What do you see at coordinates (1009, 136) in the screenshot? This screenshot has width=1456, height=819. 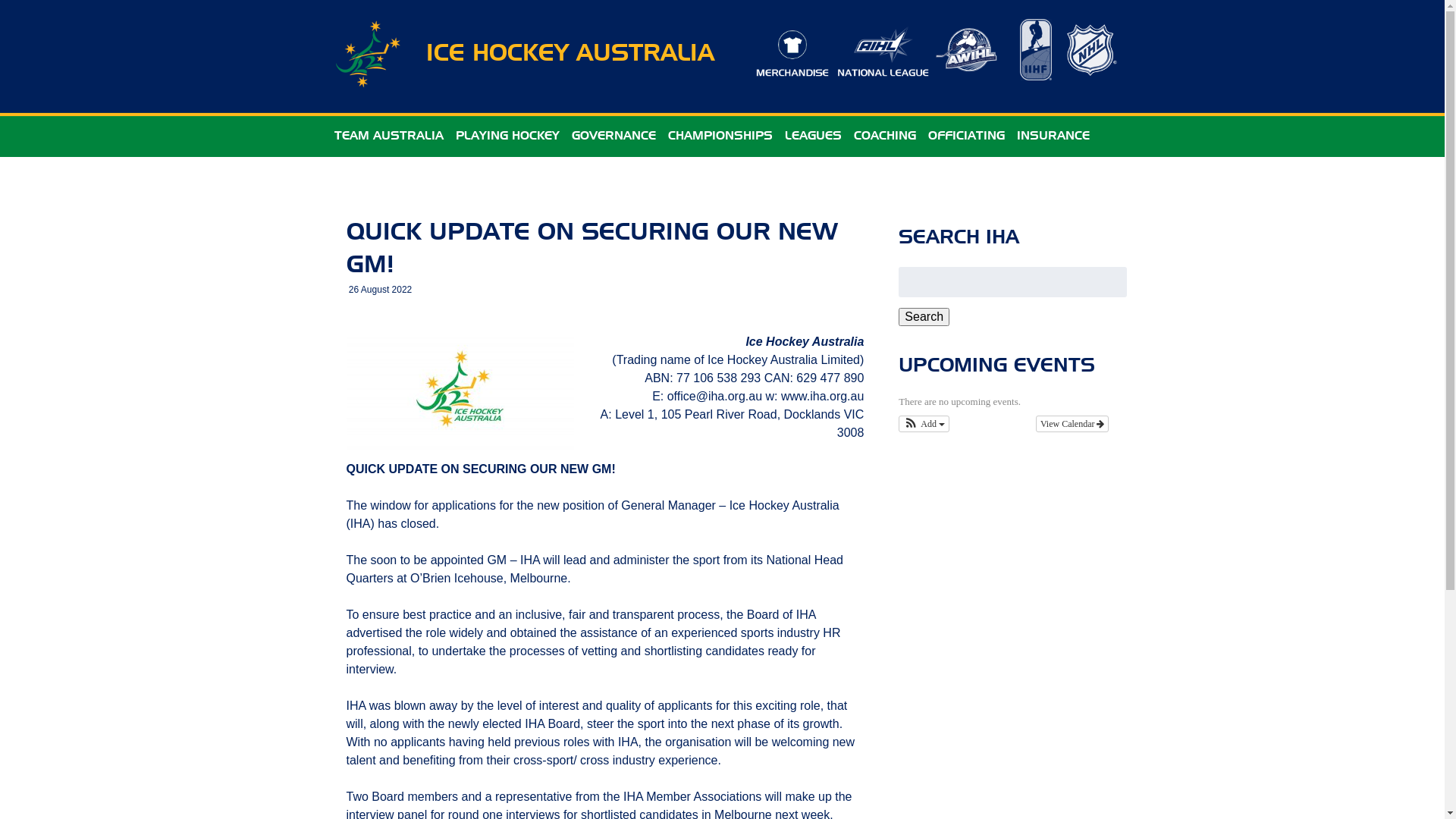 I see `'INSURANCE'` at bounding box center [1009, 136].